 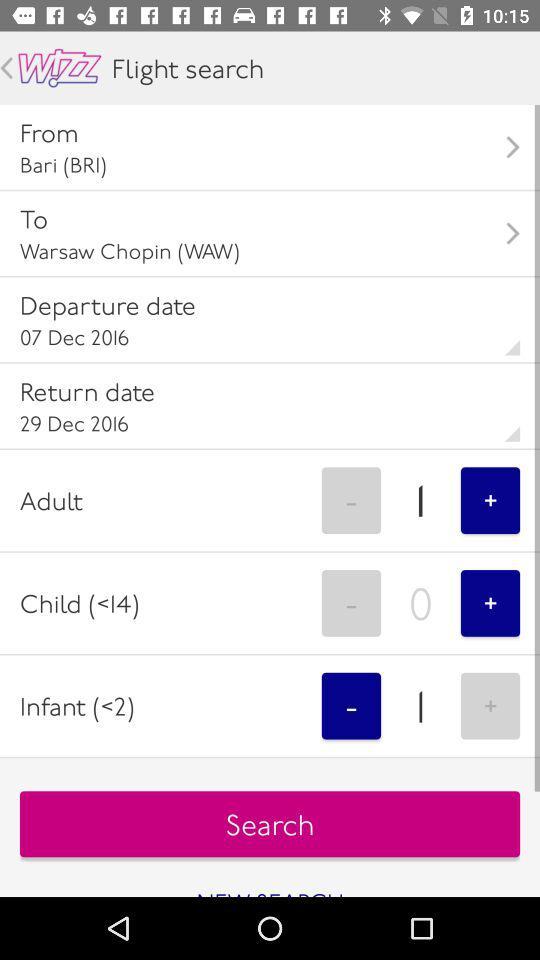 I want to click on +, so click(x=489, y=706).